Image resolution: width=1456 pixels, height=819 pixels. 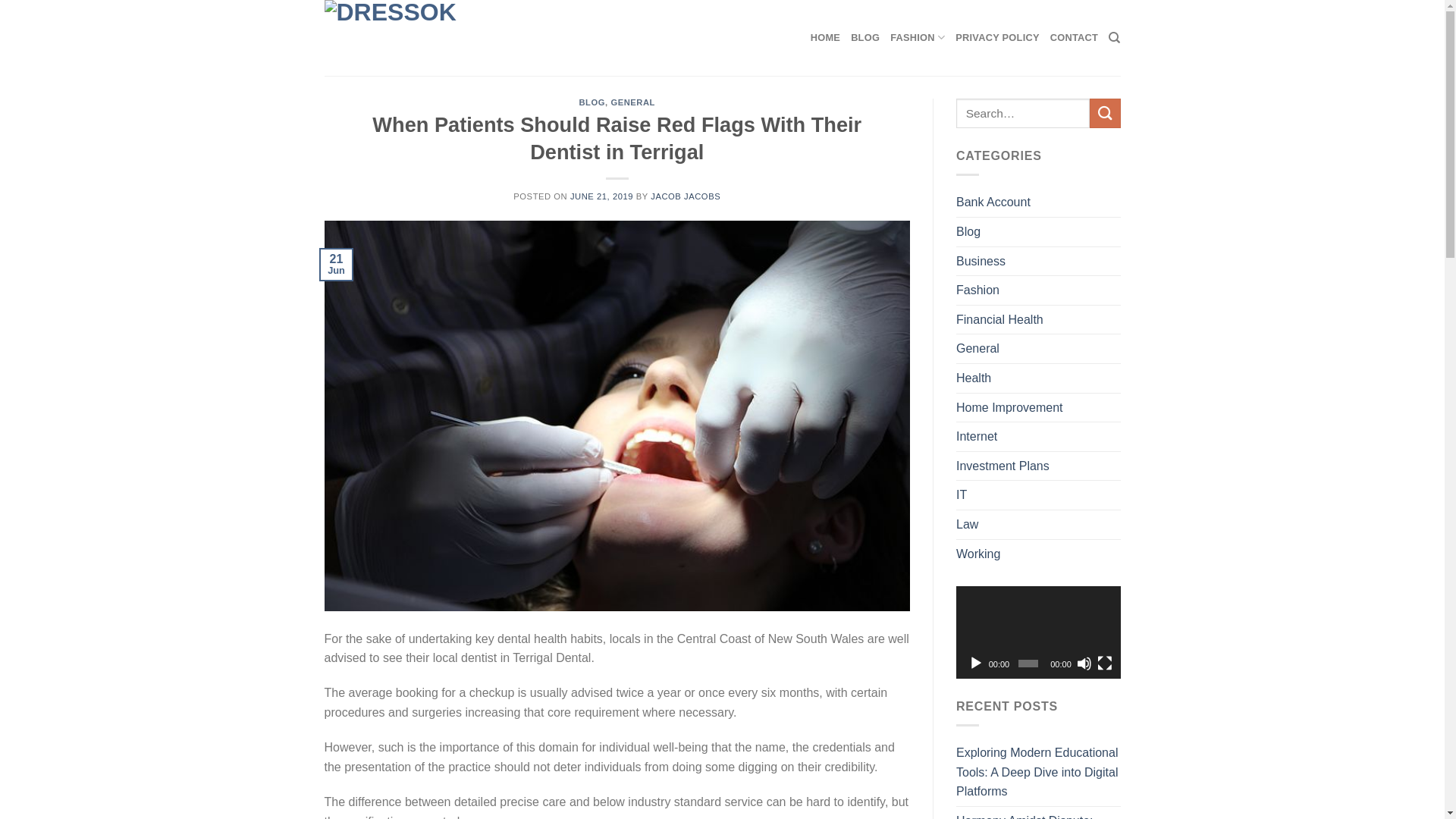 What do you see at coordinates (1050, 37) in the screenshot?
I see `'CONTACT'` at bounding box center [1050, 37].